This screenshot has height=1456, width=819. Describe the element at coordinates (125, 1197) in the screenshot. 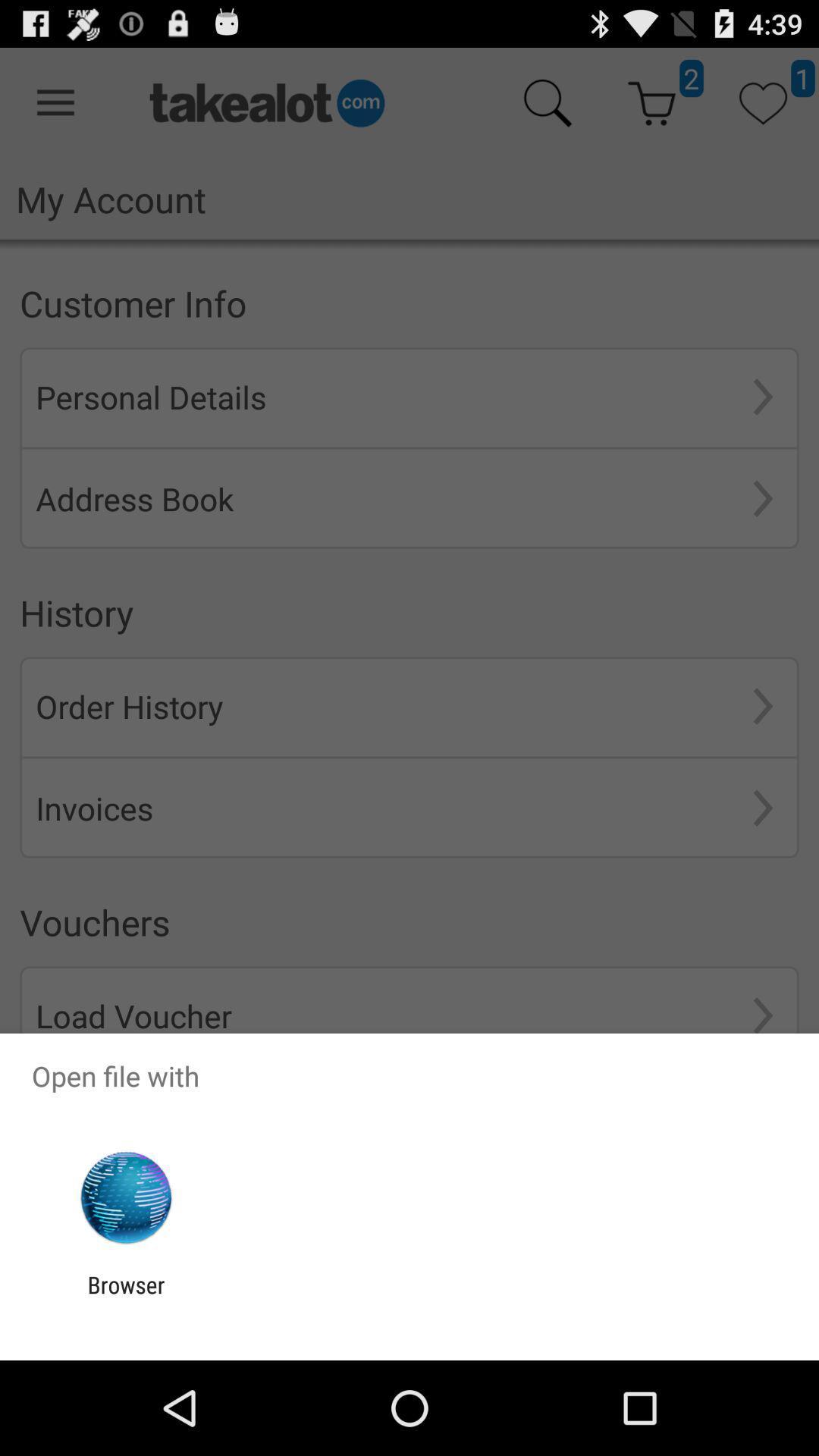

I see `item below open file with item` at that location.